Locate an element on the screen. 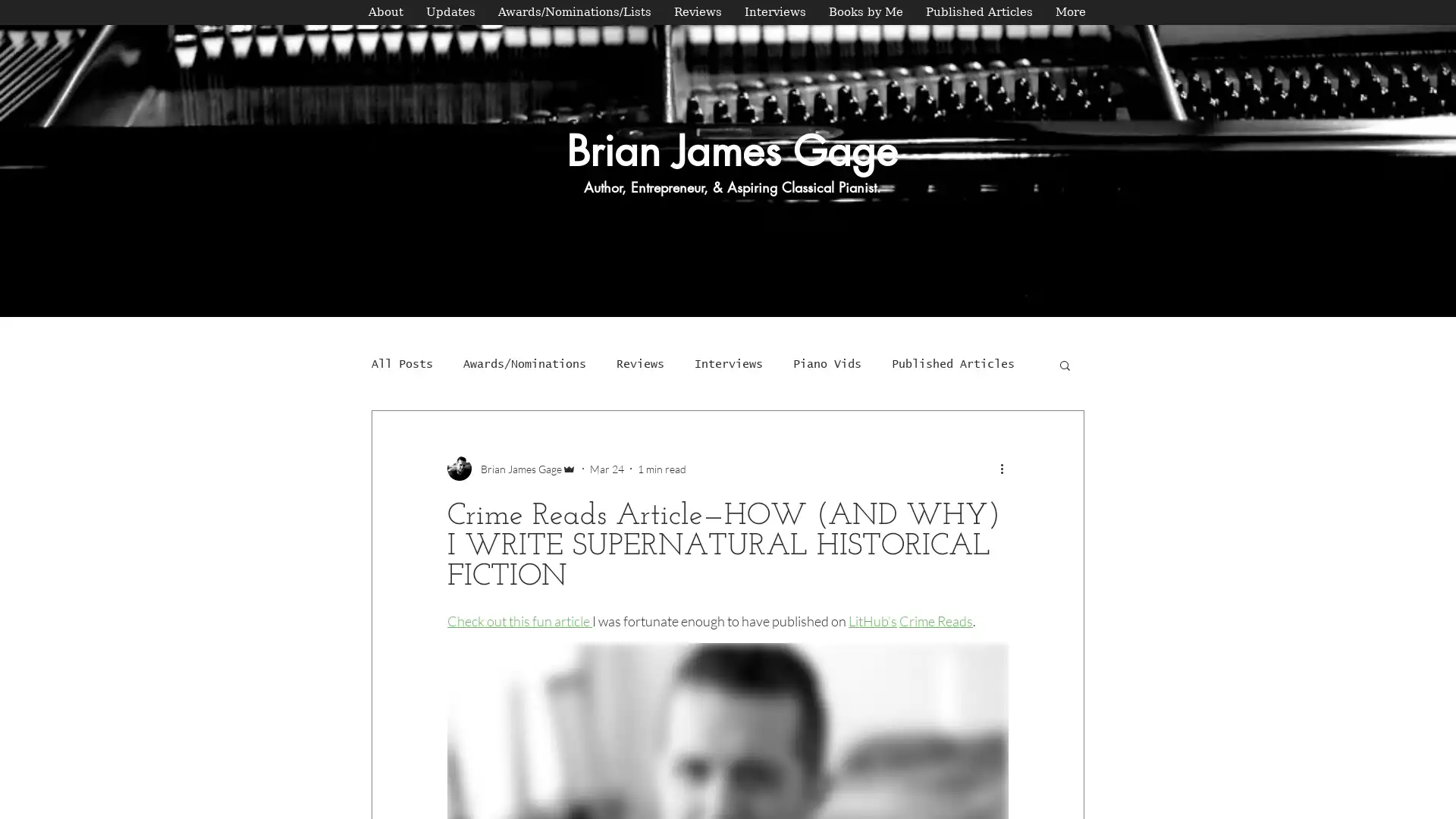 This screenshot has height=819, width=1456. Awards/Nominations is located at coordinates (524, 365).